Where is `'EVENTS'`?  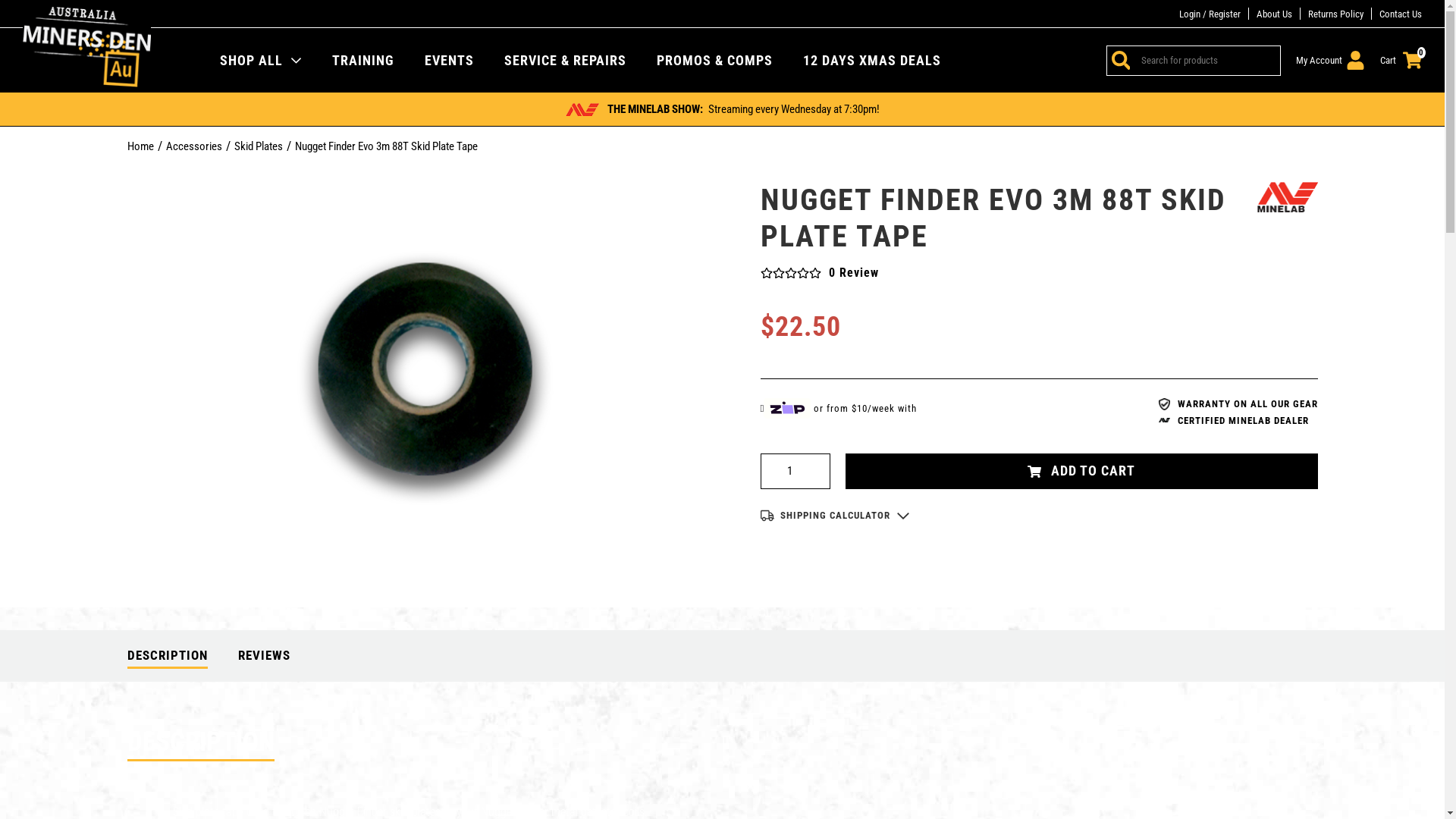
'EVENTS' is located at coordinates (448, 58).